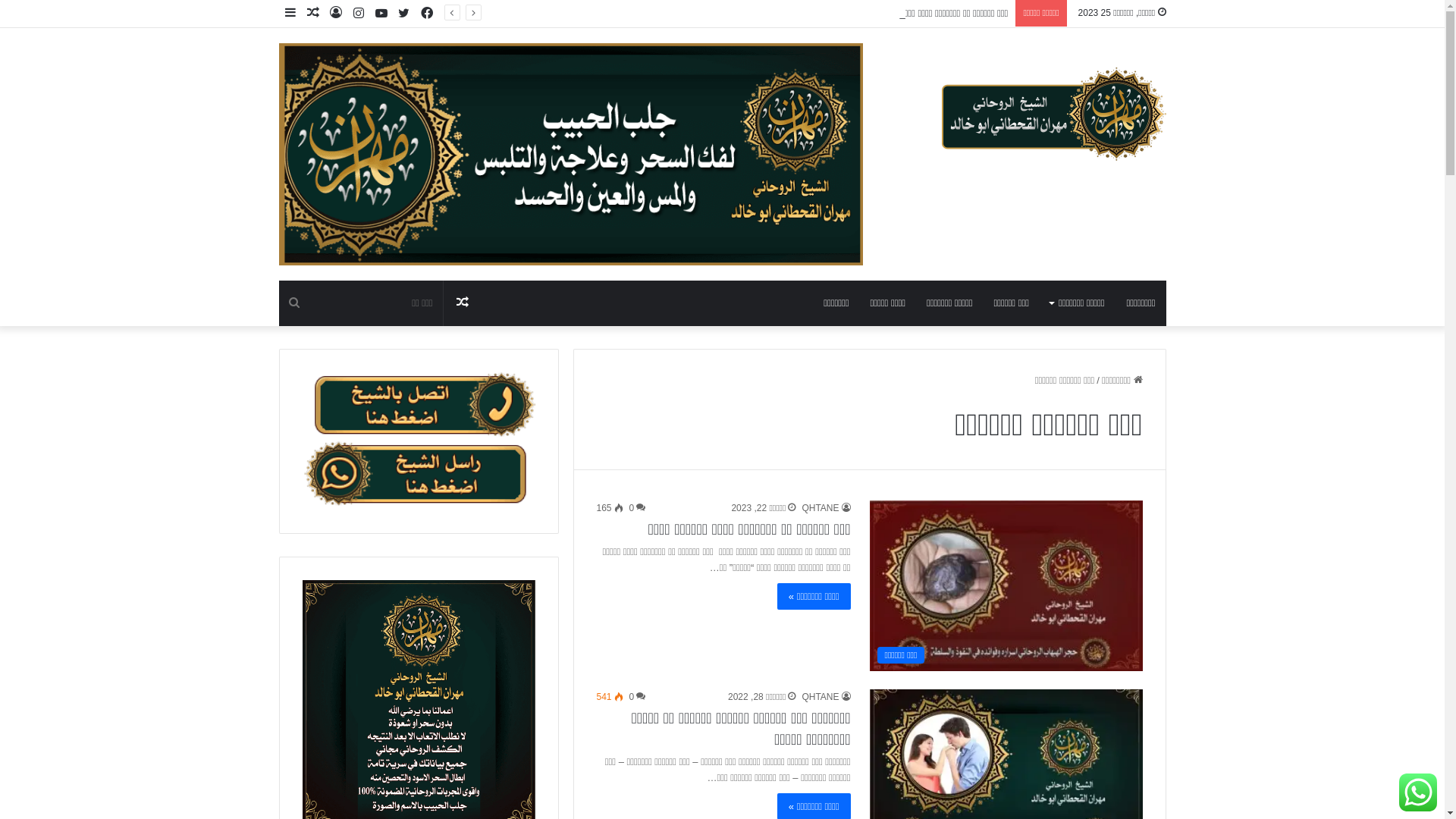 This screenshot has height=819, width=1456. Describe the element at coordinates (825, 508) in the screenshot. I see `'QHTANE'` at that location.